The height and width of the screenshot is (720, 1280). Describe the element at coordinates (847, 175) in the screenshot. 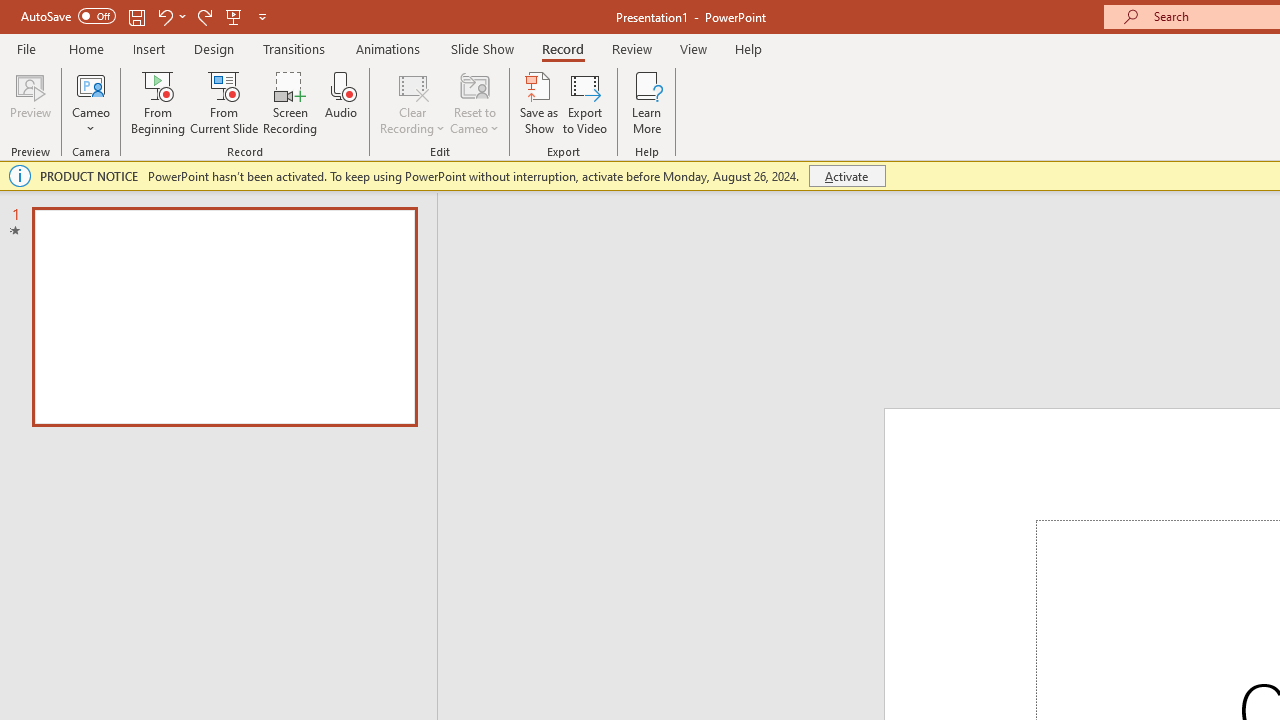

I see `'Activate'` at that location.